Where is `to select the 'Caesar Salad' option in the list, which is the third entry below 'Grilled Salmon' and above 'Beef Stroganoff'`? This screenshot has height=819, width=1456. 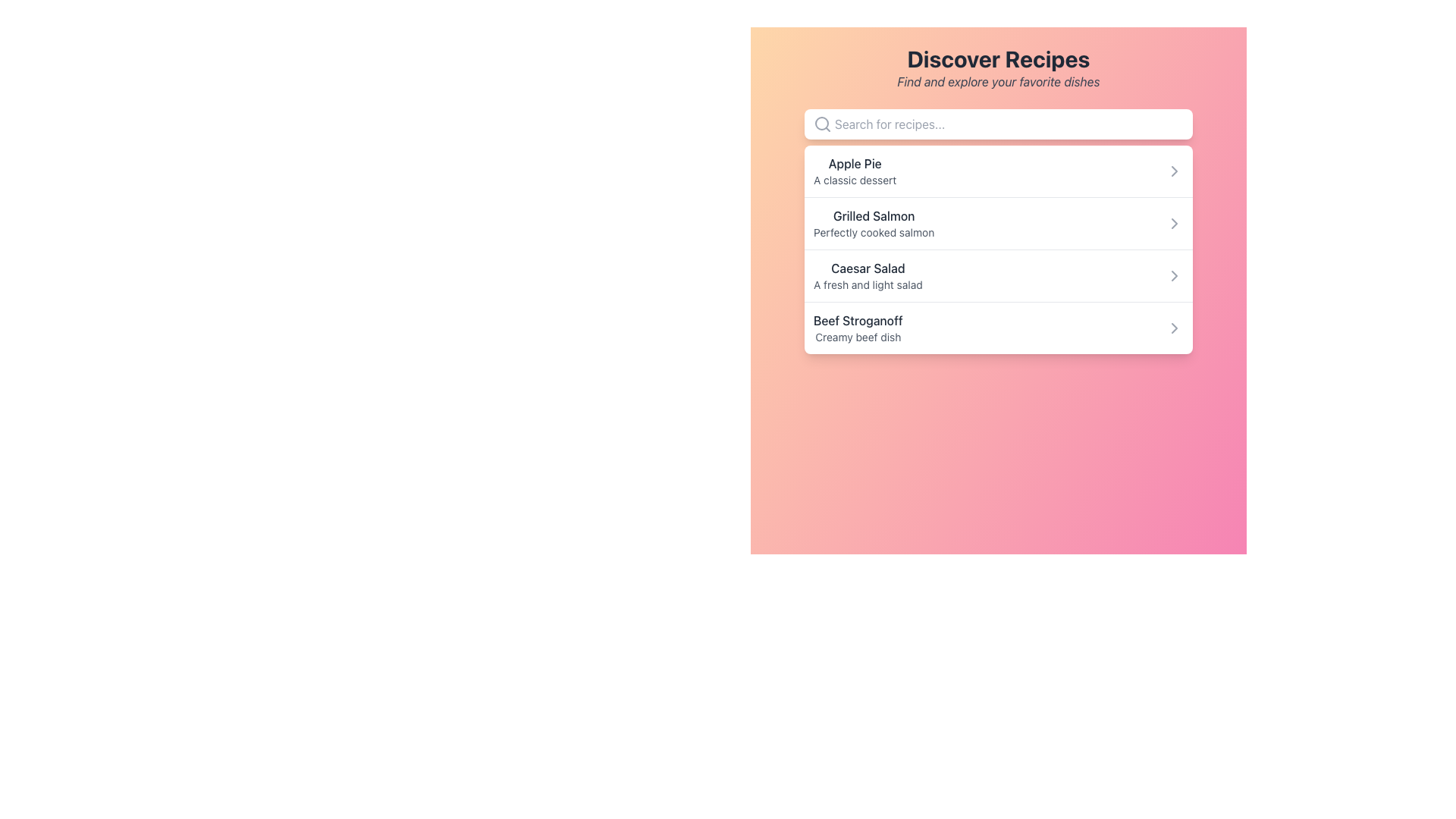
to select the 'Caesar Salad' option in the list, which is the third entry below 'Grilled Salmon' and above 'Beef Stroganoff' is located at coordinates (998, 275).